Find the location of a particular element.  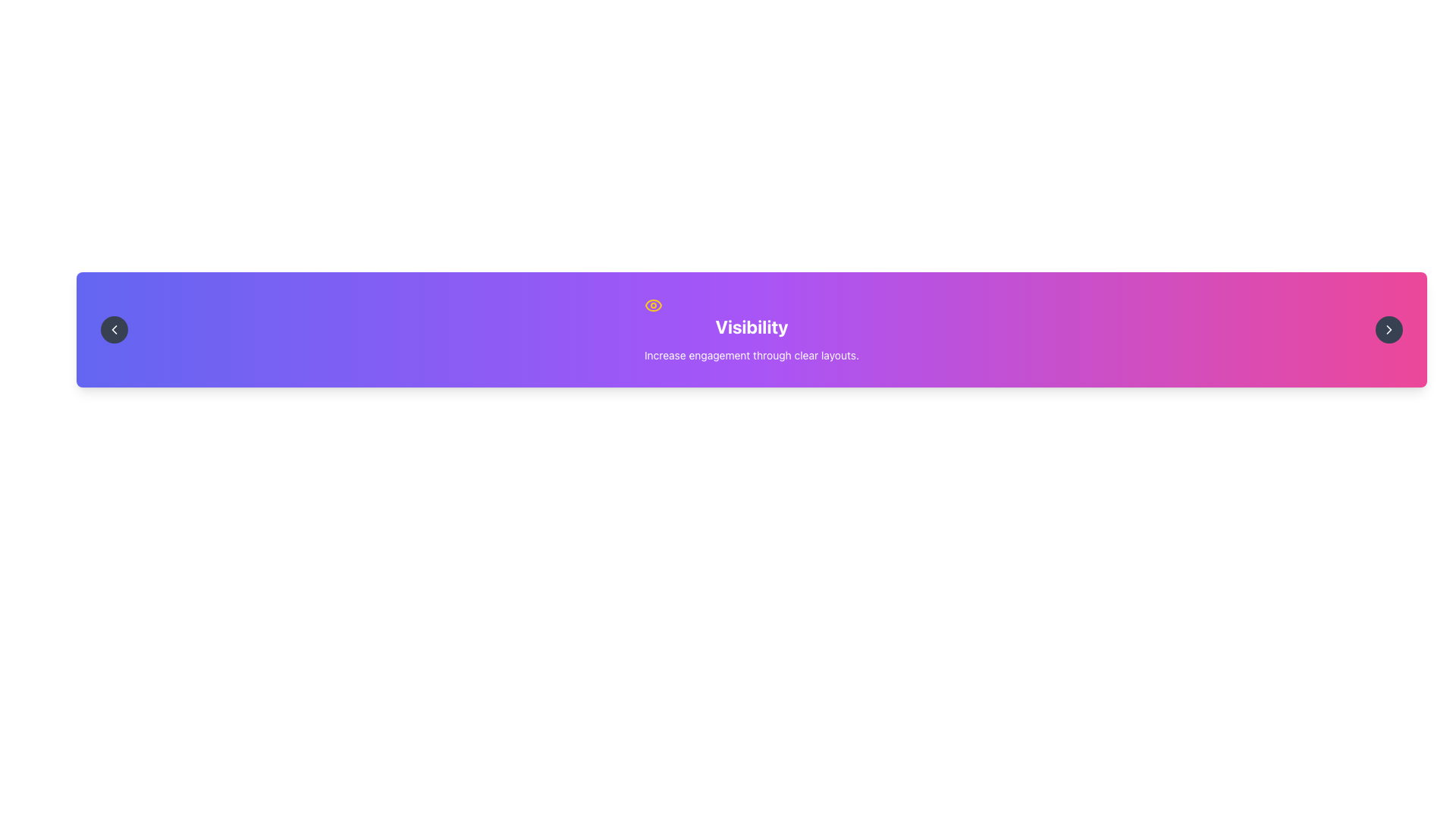

the Text block located at the center of a horizontal gradient background to interact with it, if enabled for interactivity is located at coordinates (752, 329).